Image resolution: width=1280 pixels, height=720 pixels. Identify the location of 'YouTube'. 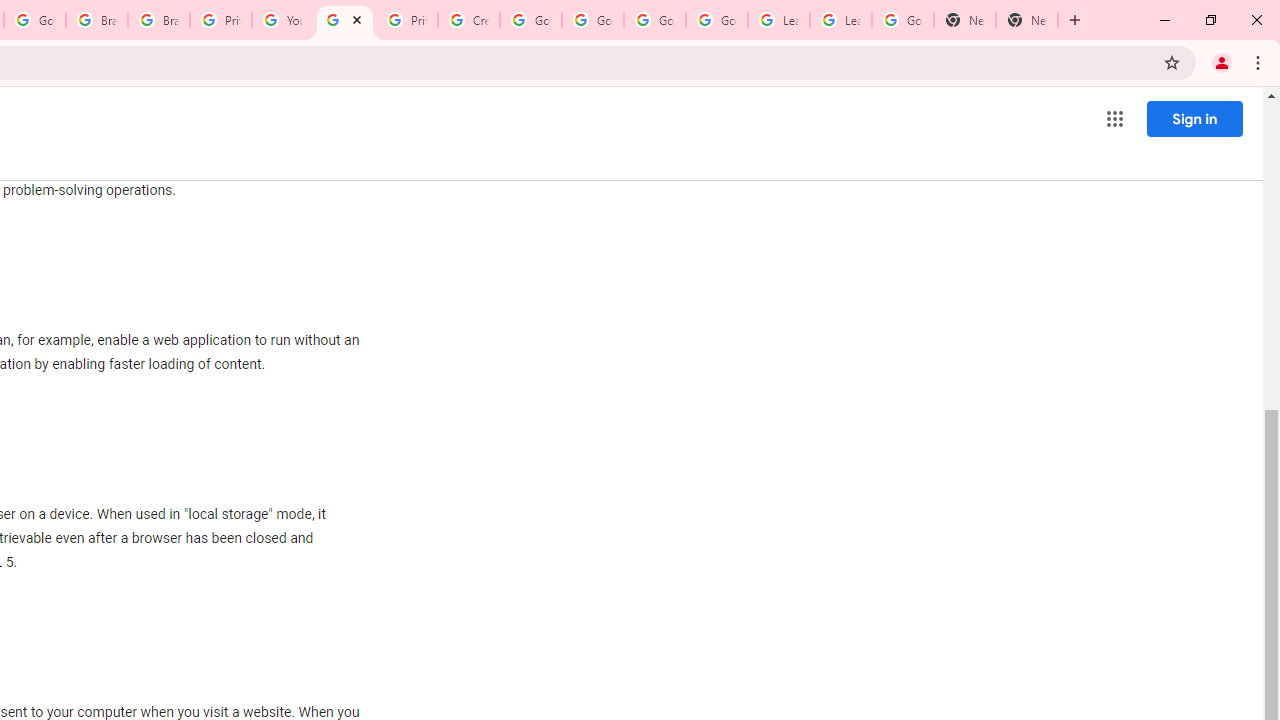
(281, 20).